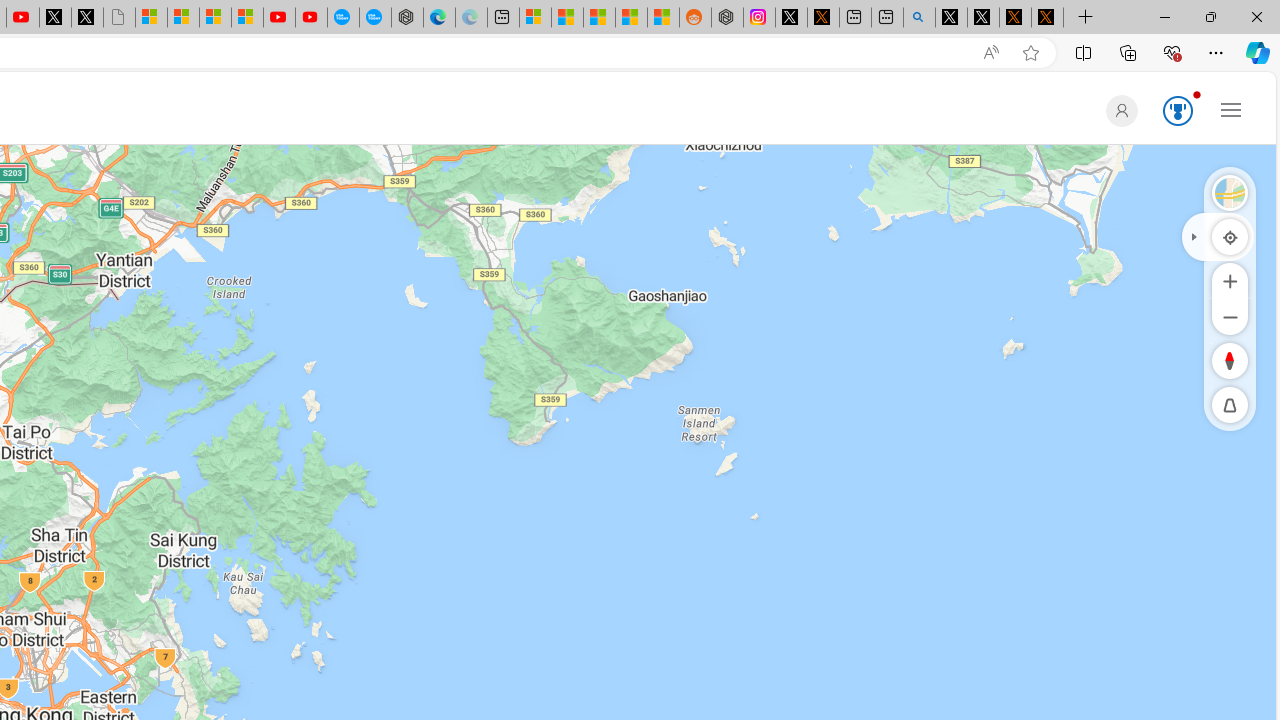  I want to click on 'Settings and quick links', so click(1230, 109).